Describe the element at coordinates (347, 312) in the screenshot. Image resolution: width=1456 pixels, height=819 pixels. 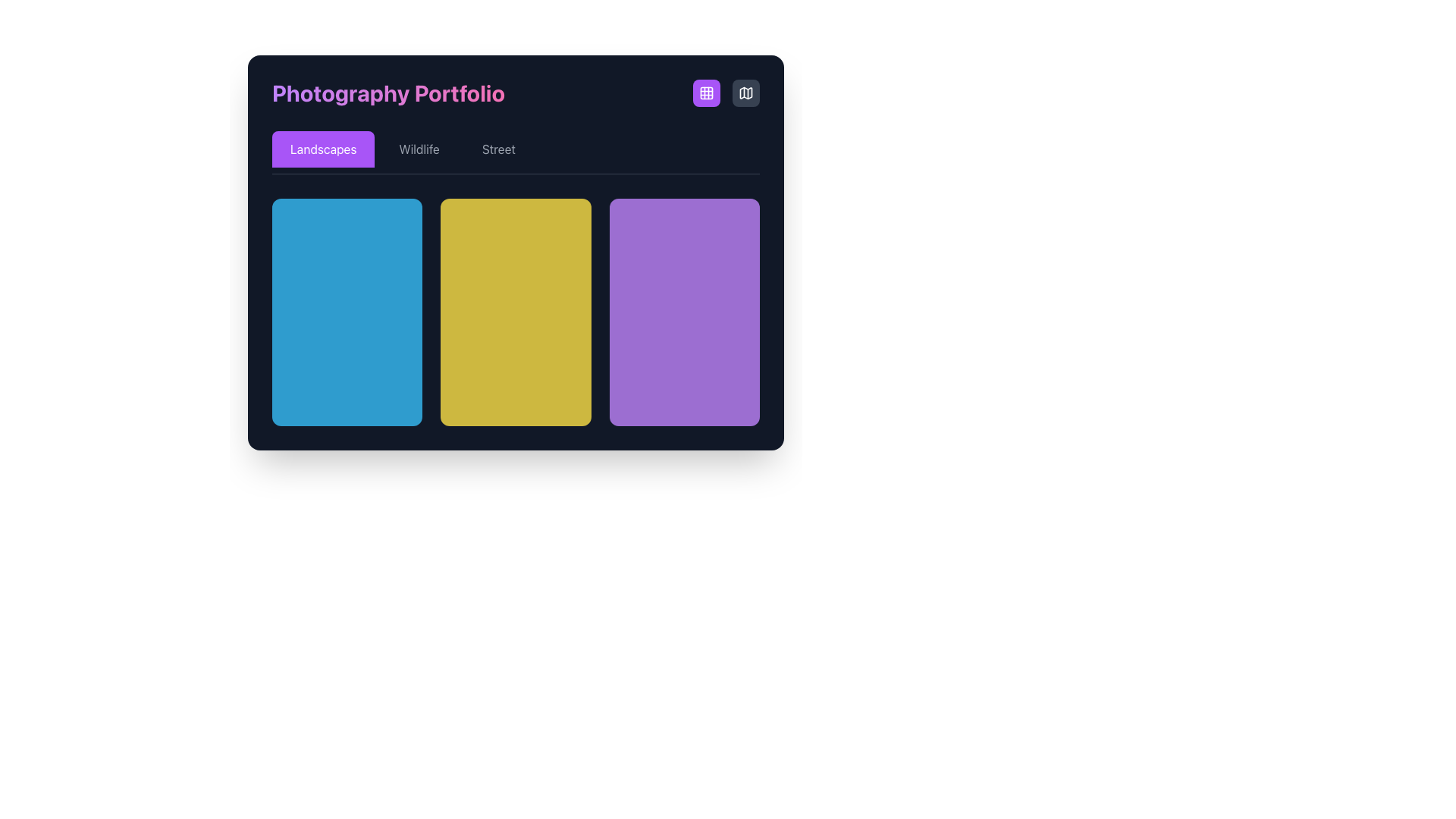
I see `on the leftmost image card in the first column of a three-column grid layout` at that location.